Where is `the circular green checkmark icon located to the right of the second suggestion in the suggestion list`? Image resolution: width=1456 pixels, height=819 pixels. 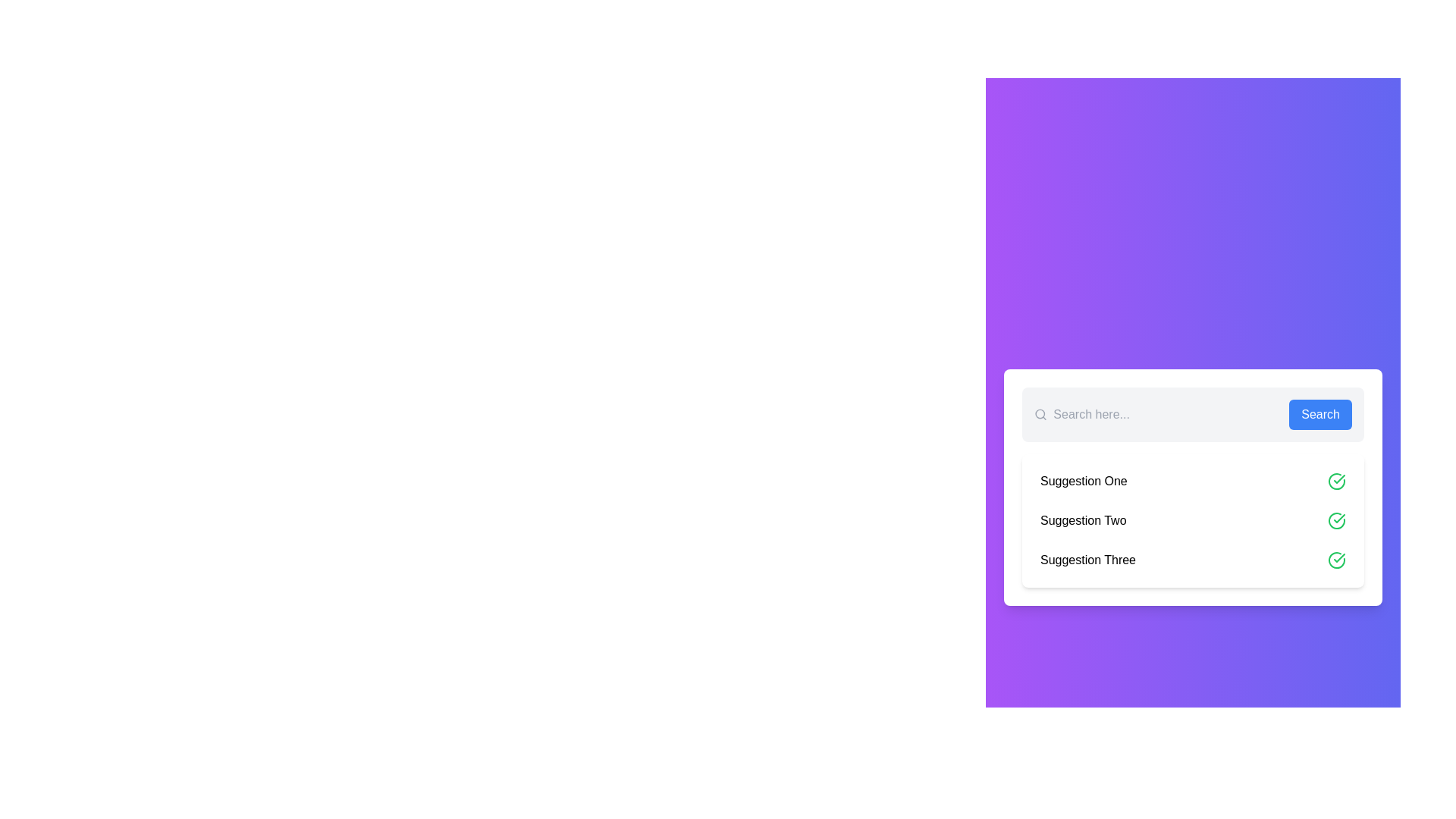
the circular green checkmark icon located to the right of the second suggestion in the suggestion list is located at coordinates (1336, 482).